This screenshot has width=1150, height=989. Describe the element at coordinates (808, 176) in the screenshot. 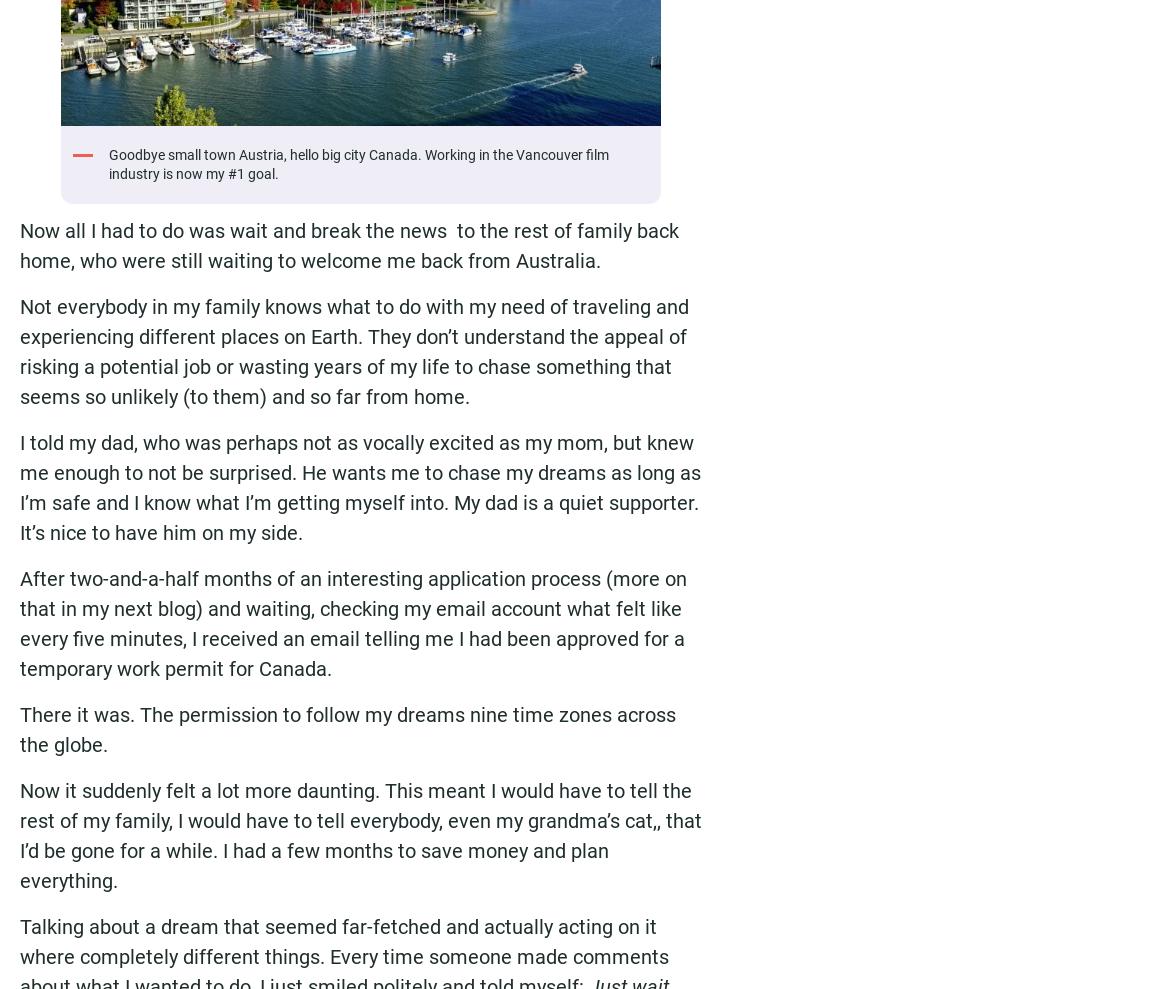

I see `'Become our Partner'` at that location.